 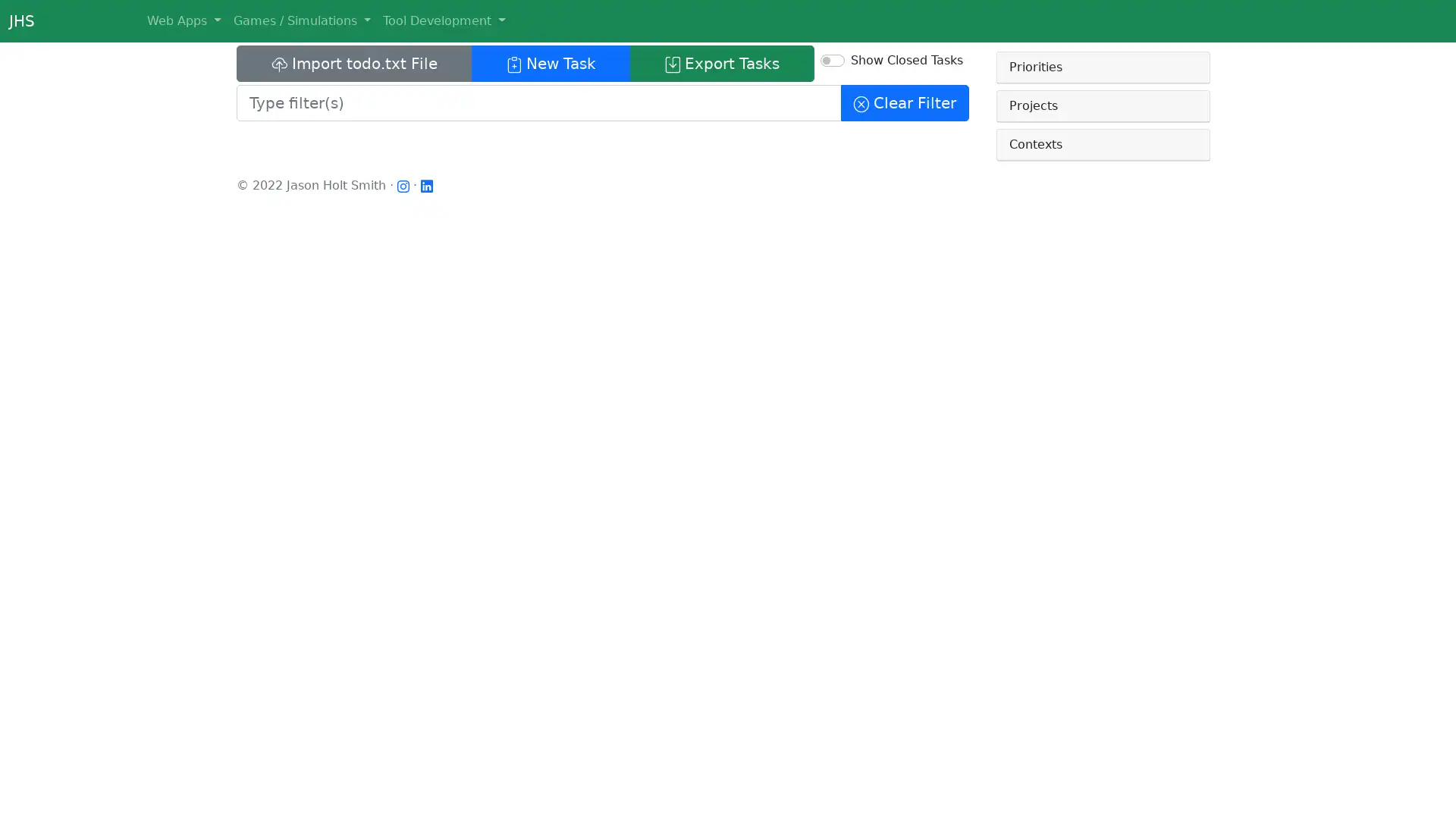 I want to click on clear filter, so click(x=905, y=102).